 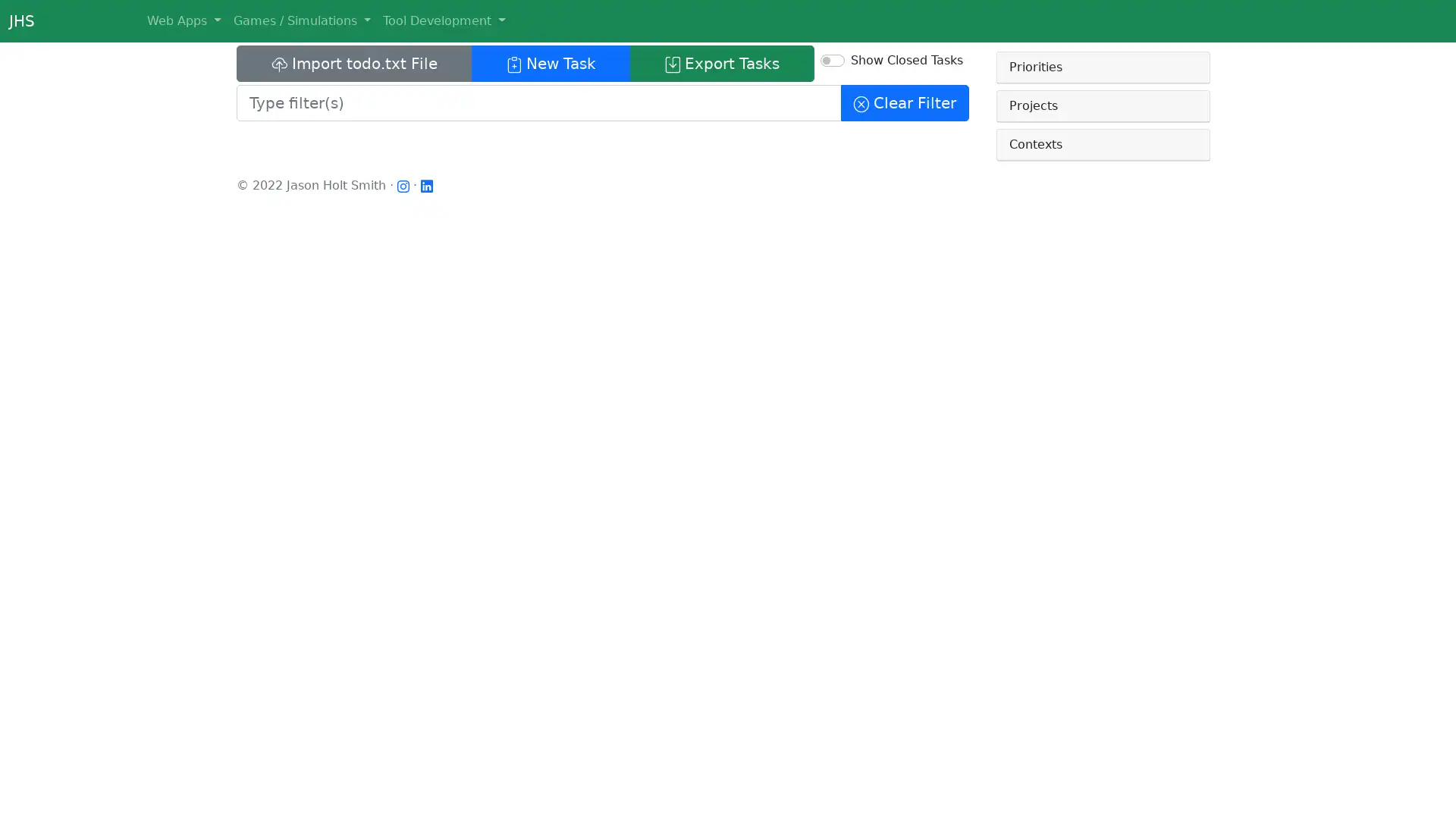 I want to click on clear filter, so click(x=905, y=102).